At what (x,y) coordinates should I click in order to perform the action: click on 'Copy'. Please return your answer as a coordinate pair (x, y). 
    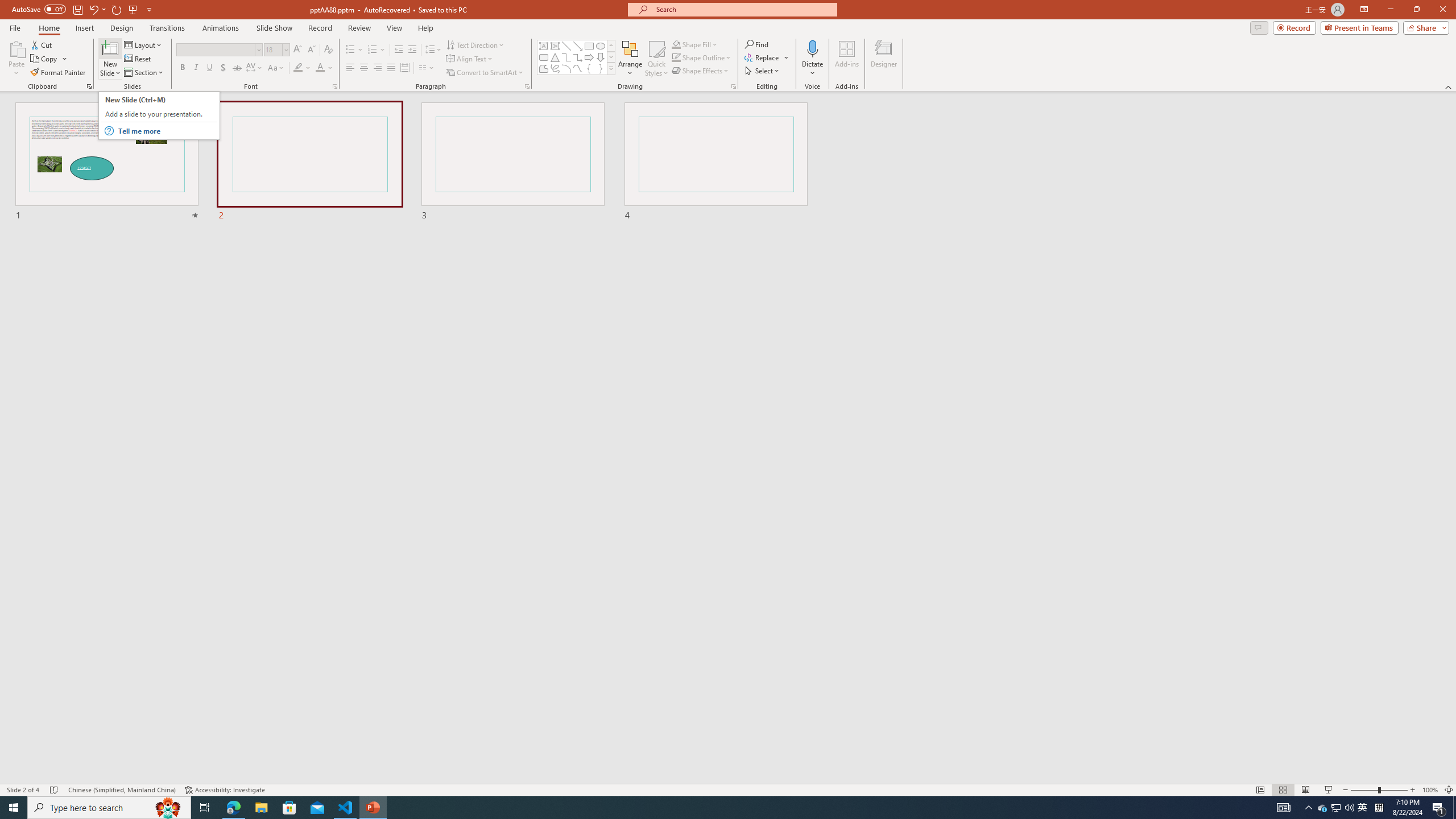
    Looking at the image, I should click on (49, 59).